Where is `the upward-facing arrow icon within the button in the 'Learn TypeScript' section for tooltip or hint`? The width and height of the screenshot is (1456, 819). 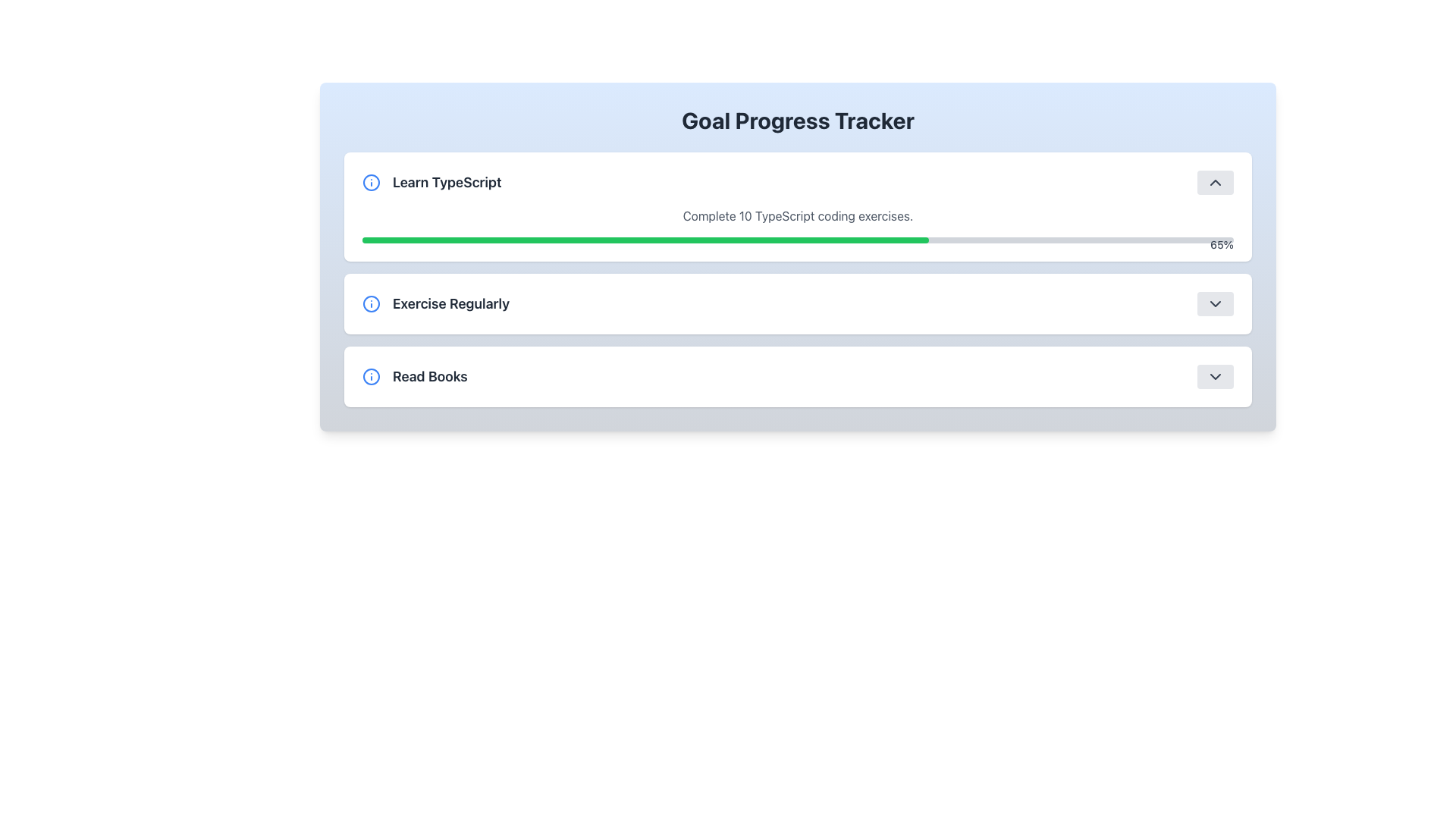 the upward-facing arrow icon within the button in the 'Learn TypeScript' section for tooltip or hint is located at coordinates (1216, 181).